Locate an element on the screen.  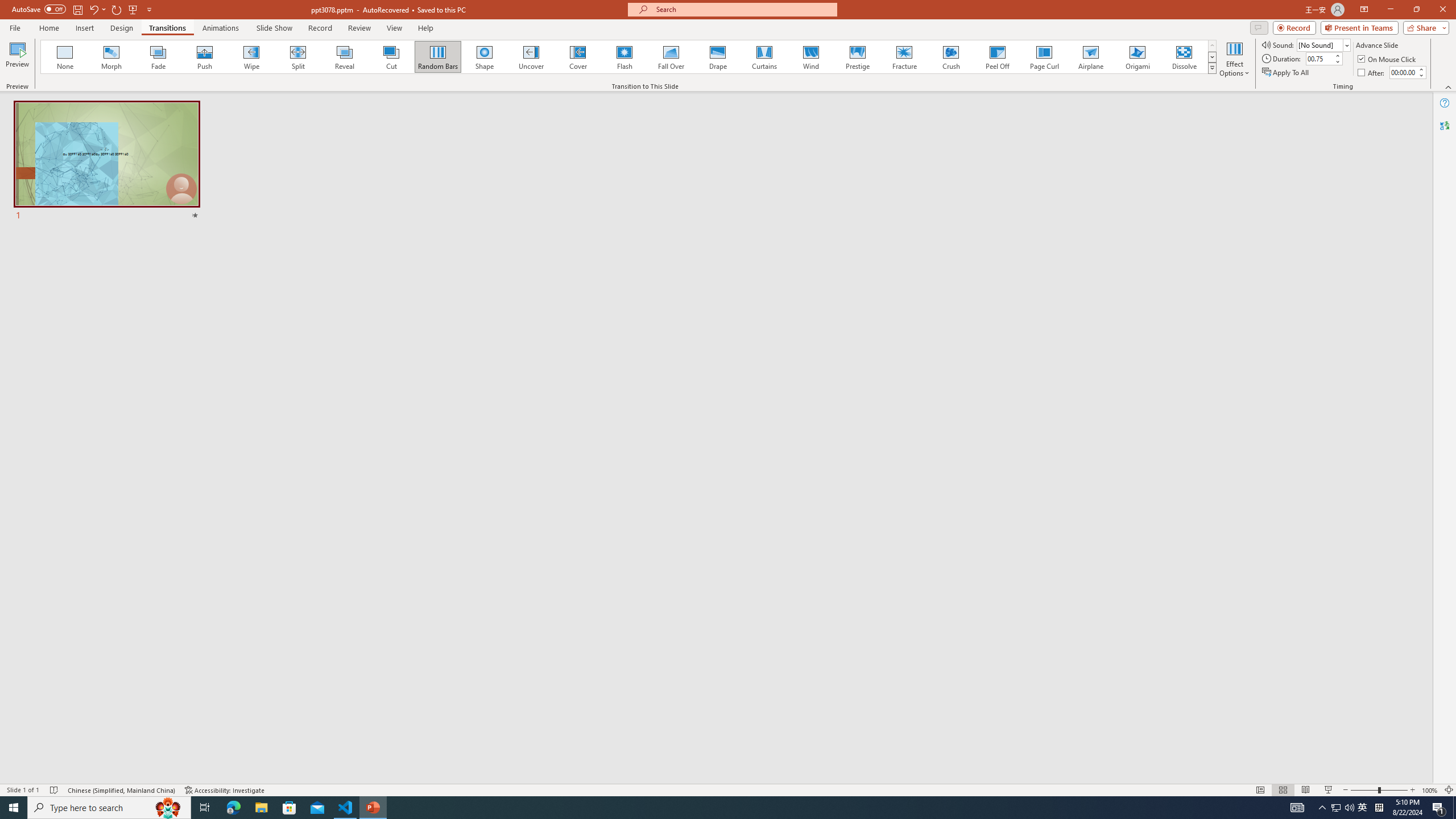
'Cover' is located at coordinates (577, 56).